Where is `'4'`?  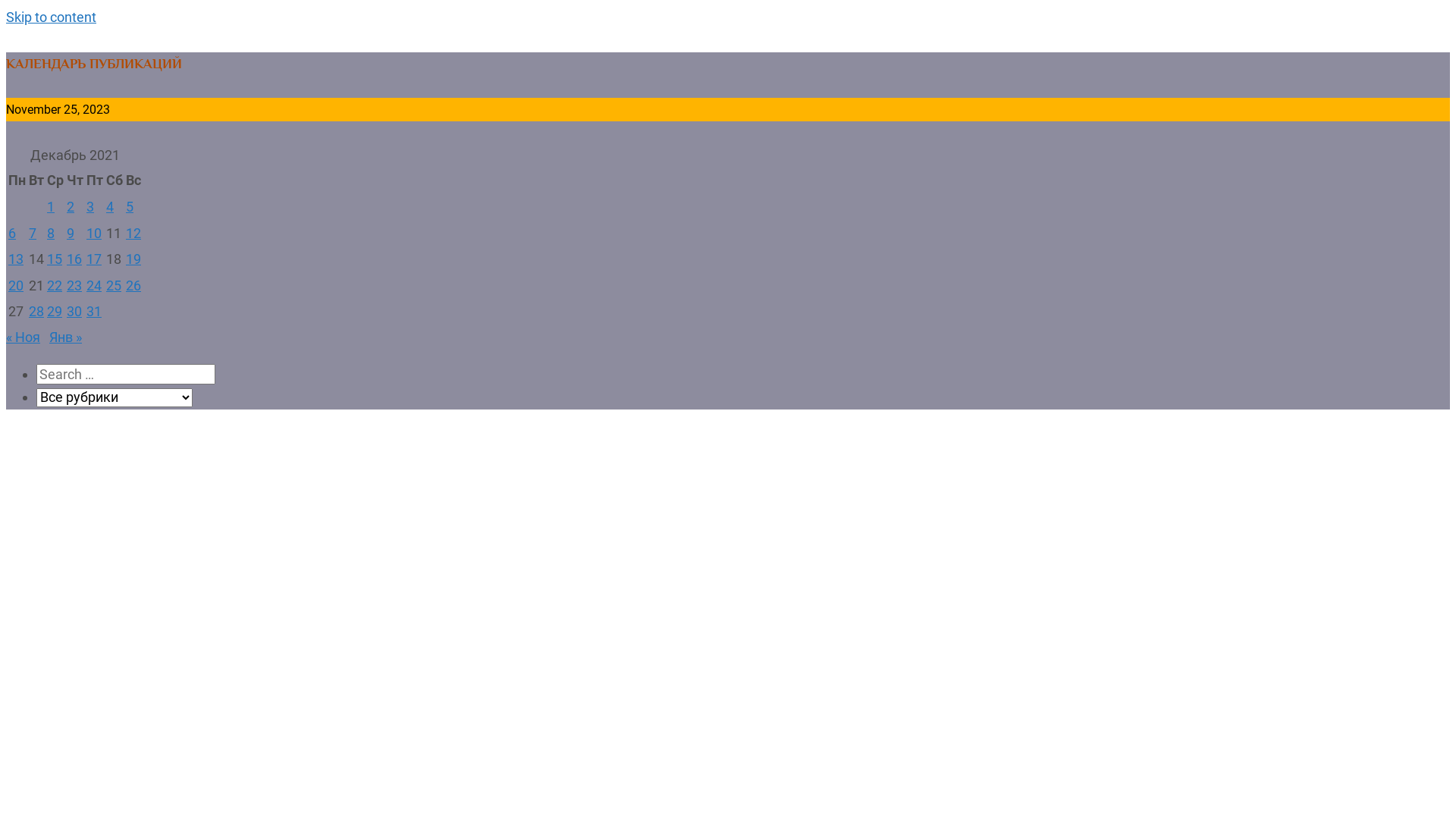
'4' is located at coordinates (105, 206).